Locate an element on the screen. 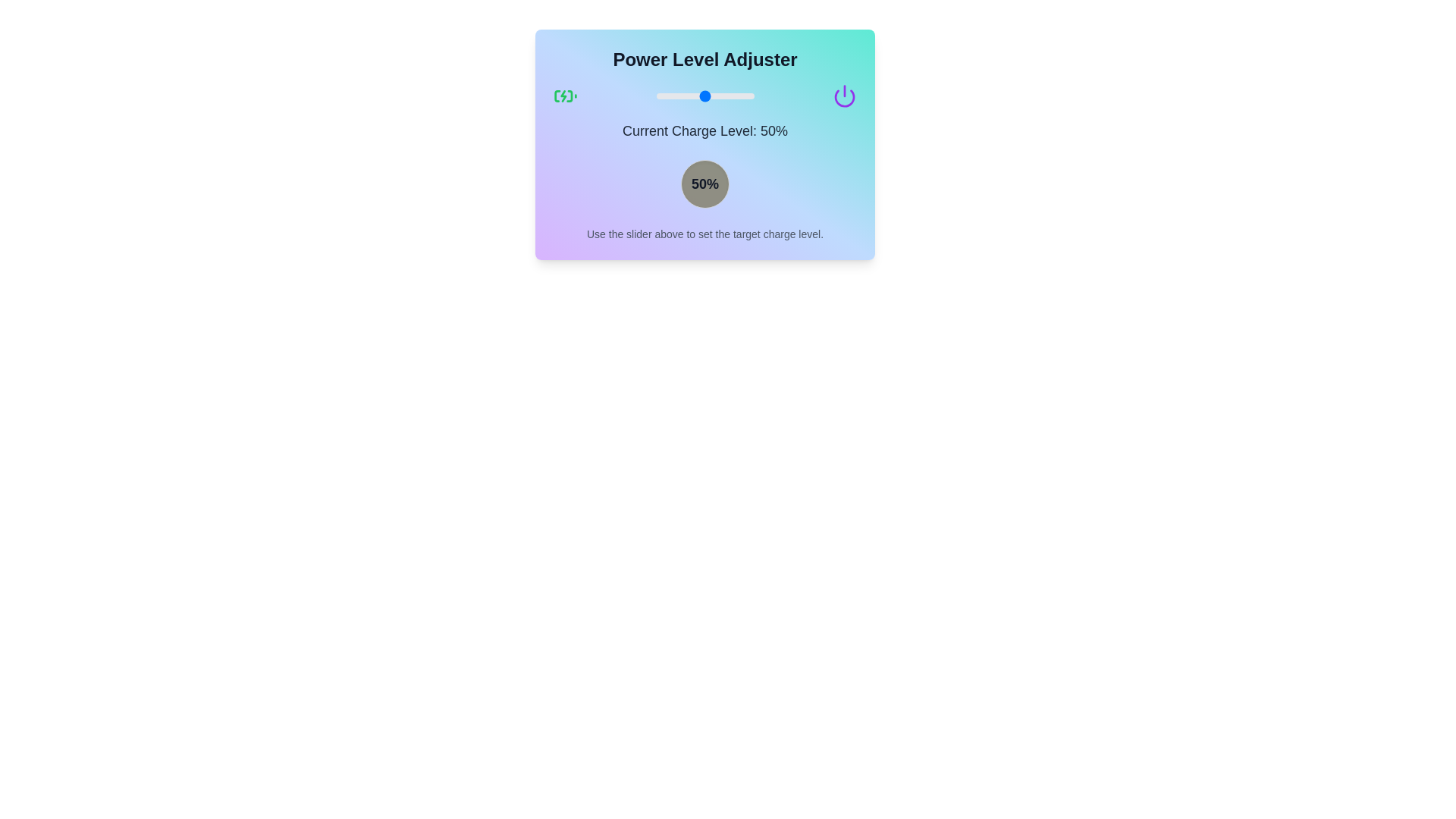  the power level is located at coordinates (743, 96).